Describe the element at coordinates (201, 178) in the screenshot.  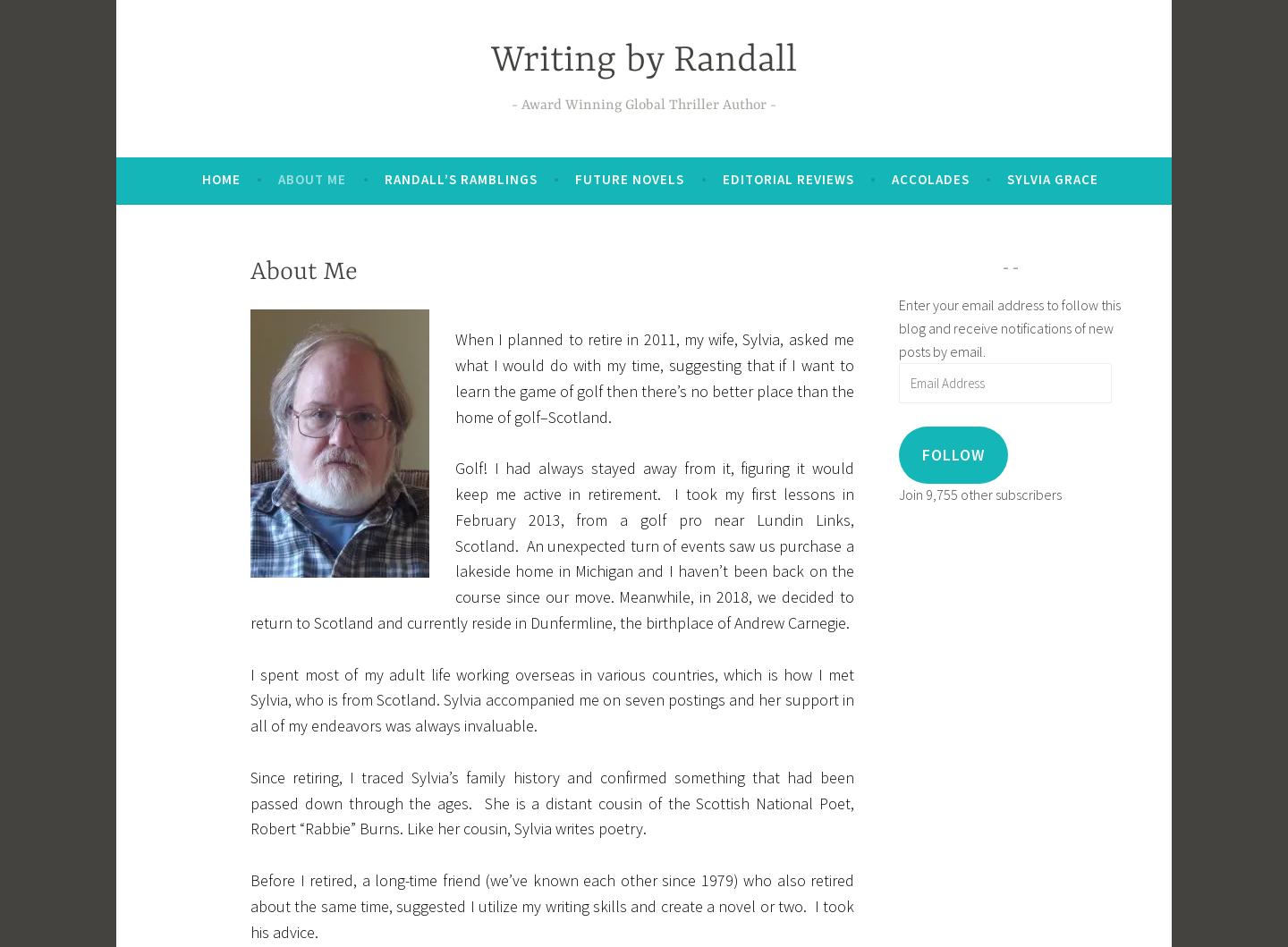
I see `'Home'` at that location.